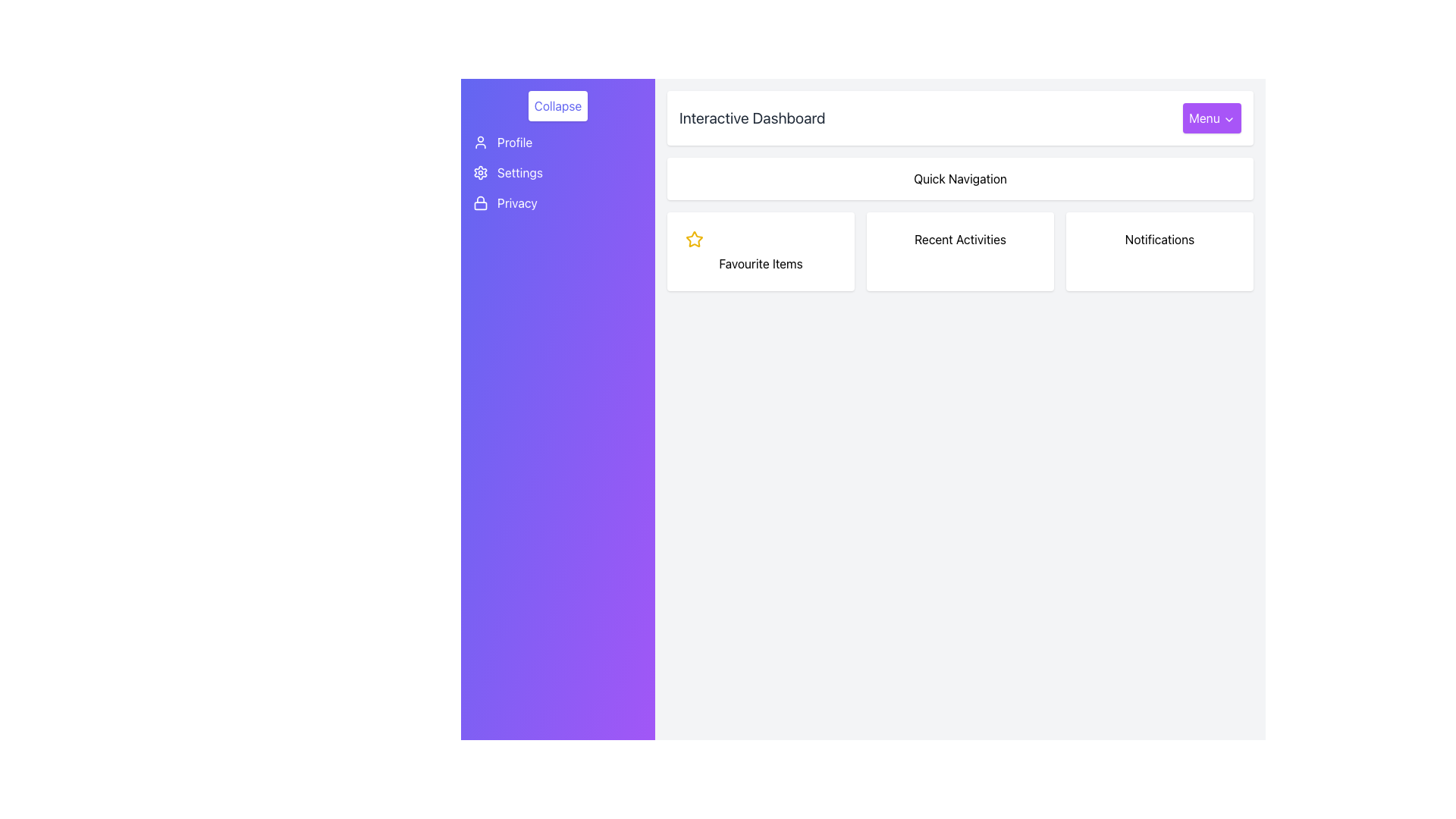 The height and width of the screenshot is (819, 1456). Describe the element at coordinates (557, 171) in the screenshot. I see `the 'Settings' menu item text label for keyboard interaction` at that location.